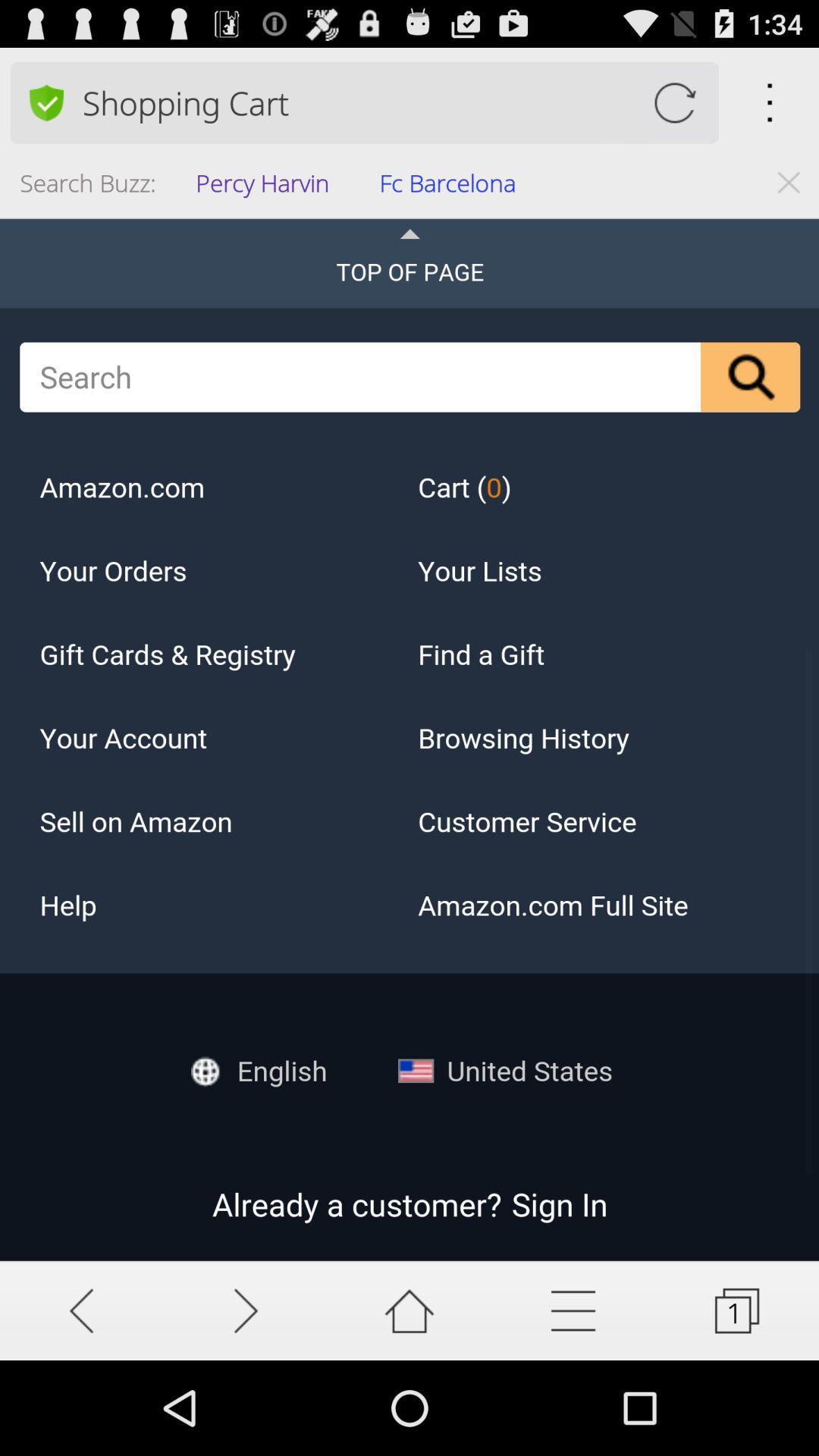 The height and width of the screenshot is (1456, 819). Describe the element at coordinates (673, 102) in the screenshot. I see `shopping cart` at that location.